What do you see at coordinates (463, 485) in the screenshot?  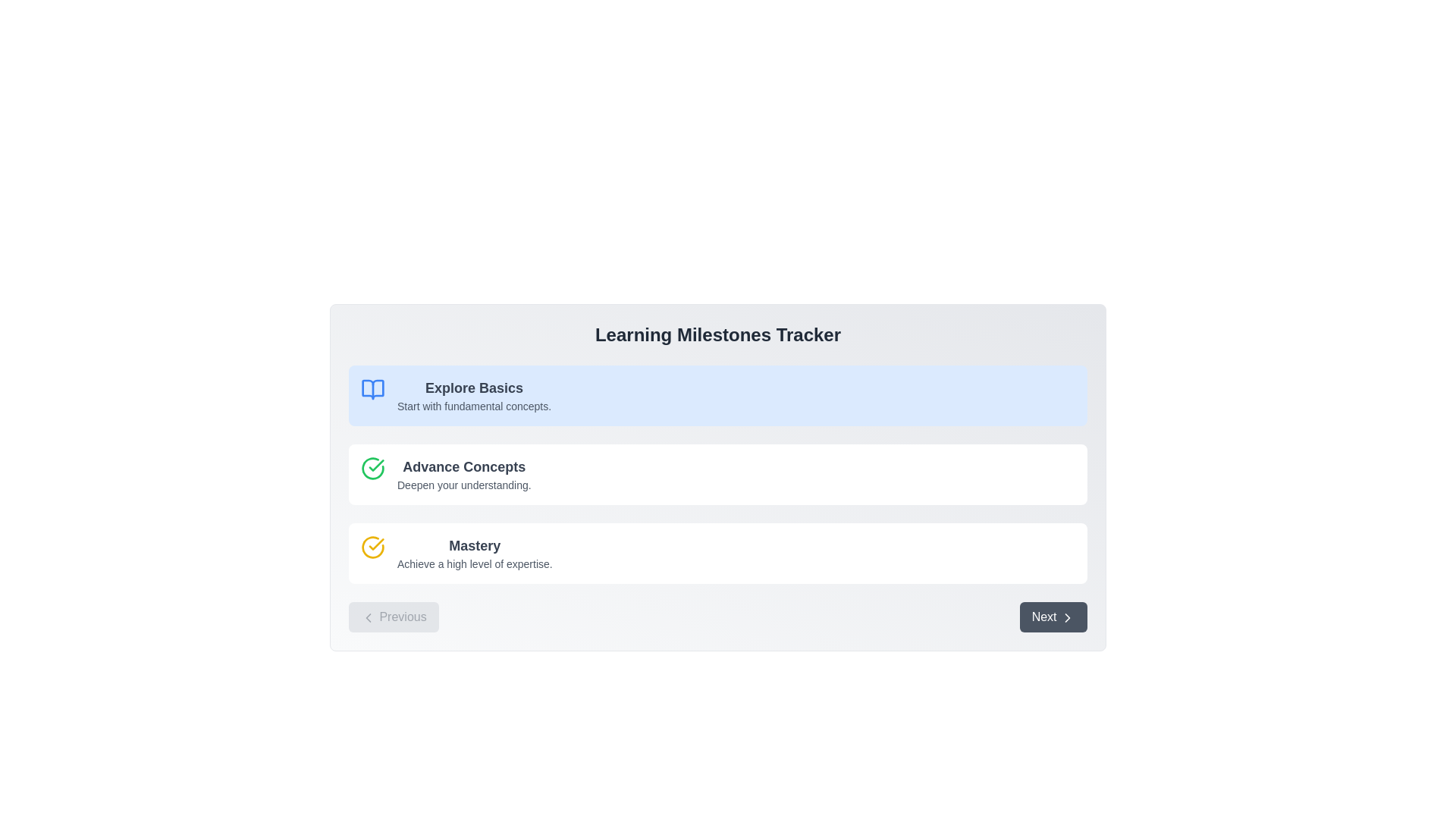 I see `the Text label providing supplementary information related to the 'Advance Concepts' heading, located directly below it` at bounding box center [463, 485].